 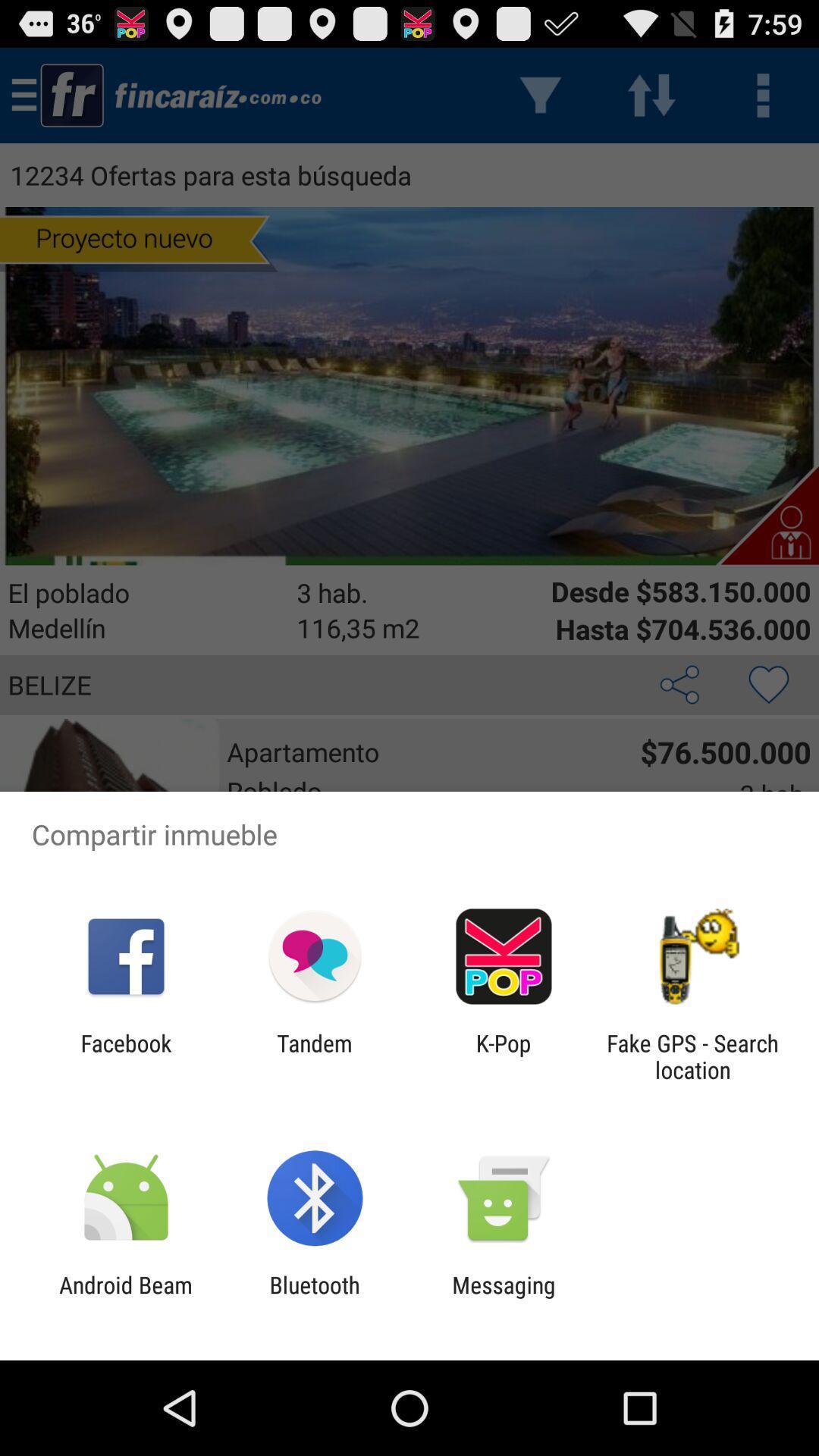 What do you see at coordinates (314, 1298) in the screenshot?
I see `icon next to android beam item` at bounding box center [314, 1298].